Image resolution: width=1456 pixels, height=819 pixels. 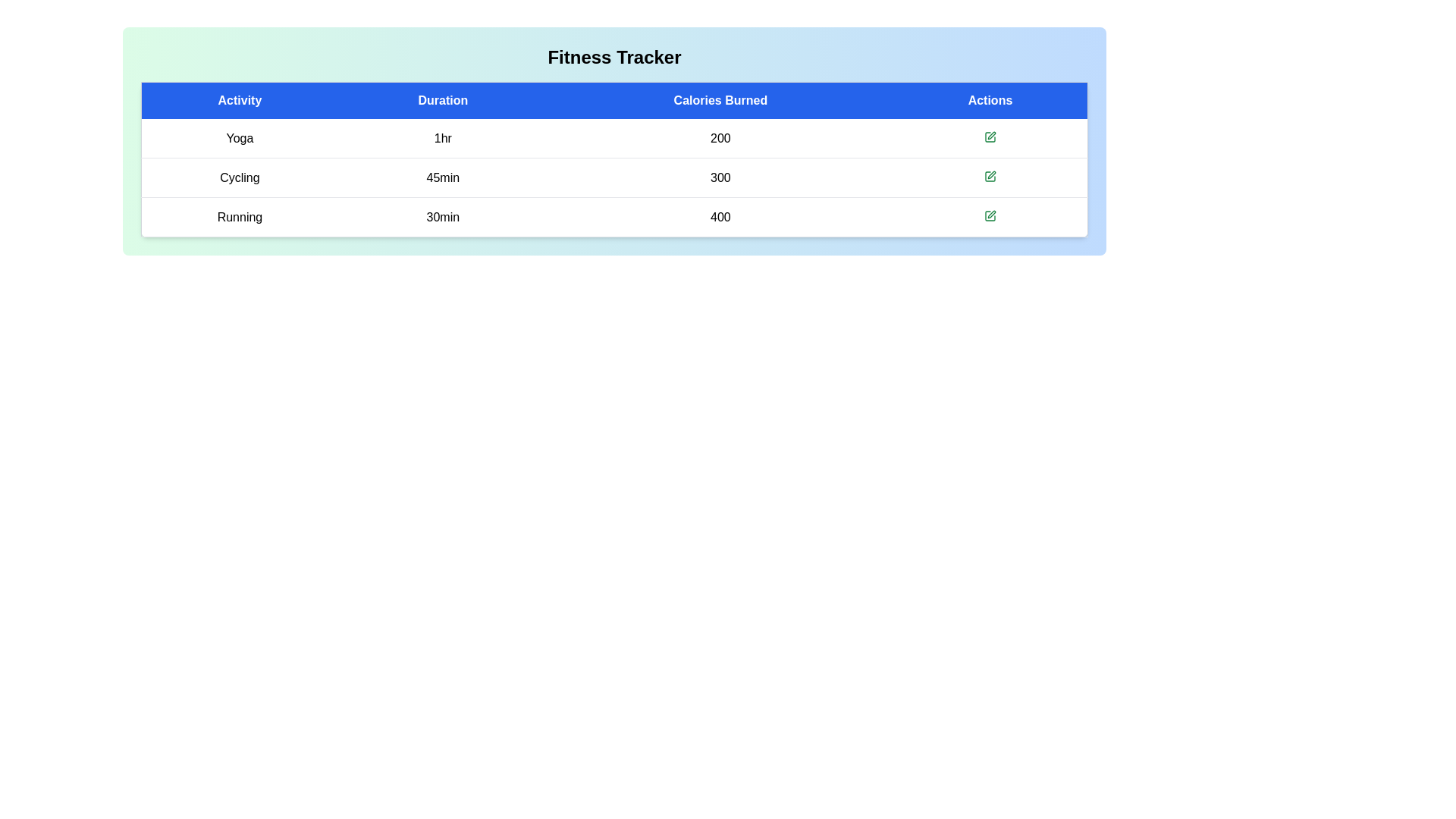 I want to click on the column header Actions to sort or interact with it, so click(x=990, y=99).